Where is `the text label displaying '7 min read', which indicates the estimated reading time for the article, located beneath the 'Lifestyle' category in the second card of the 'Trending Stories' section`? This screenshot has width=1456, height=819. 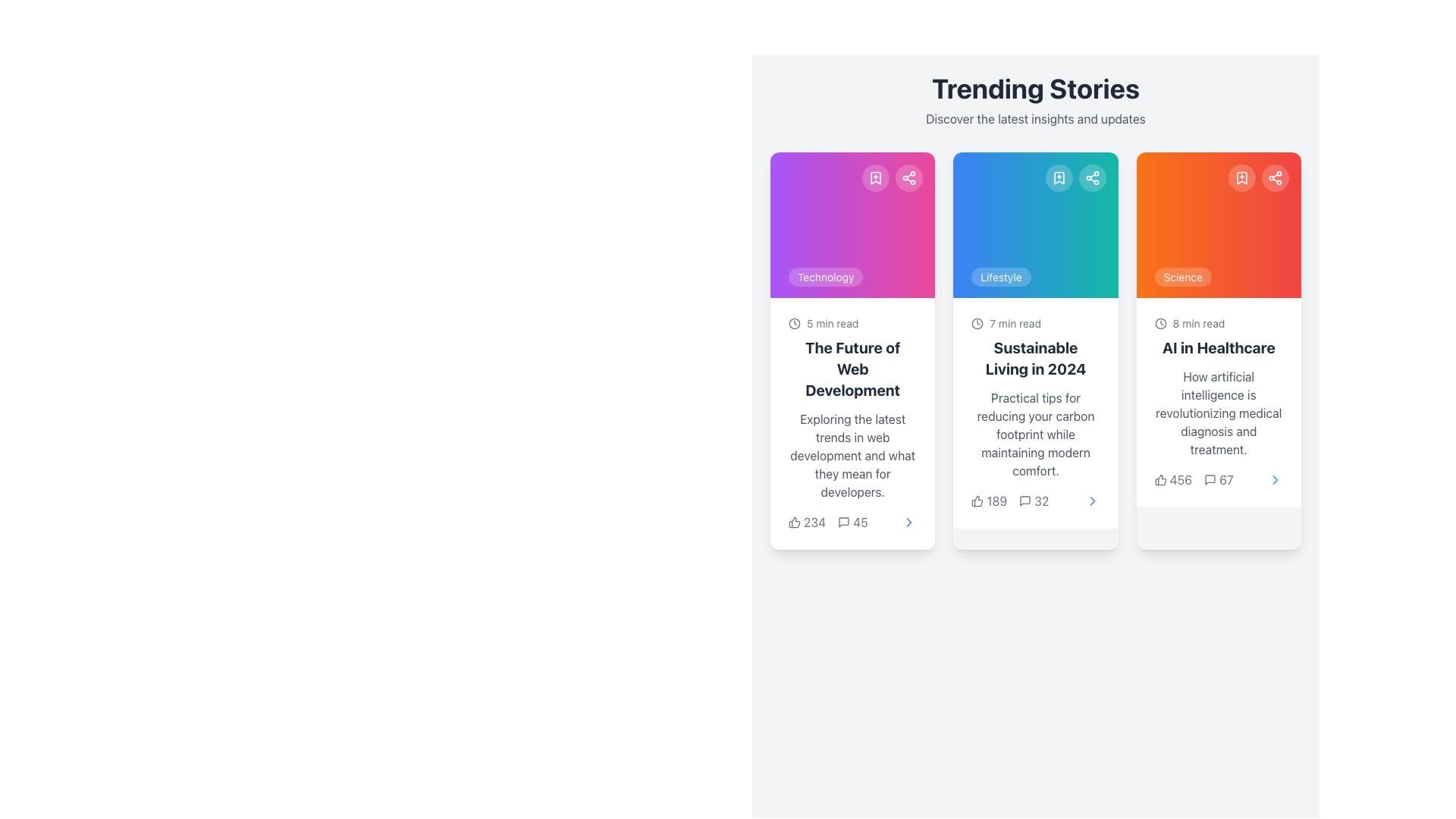
the text label displaying '7 min read', which indicates the estimated reading time for the article, located beneath the 'Lifestyle' category in the second card of the 'Trending Stories' section is located at coordinates (1015, 323).